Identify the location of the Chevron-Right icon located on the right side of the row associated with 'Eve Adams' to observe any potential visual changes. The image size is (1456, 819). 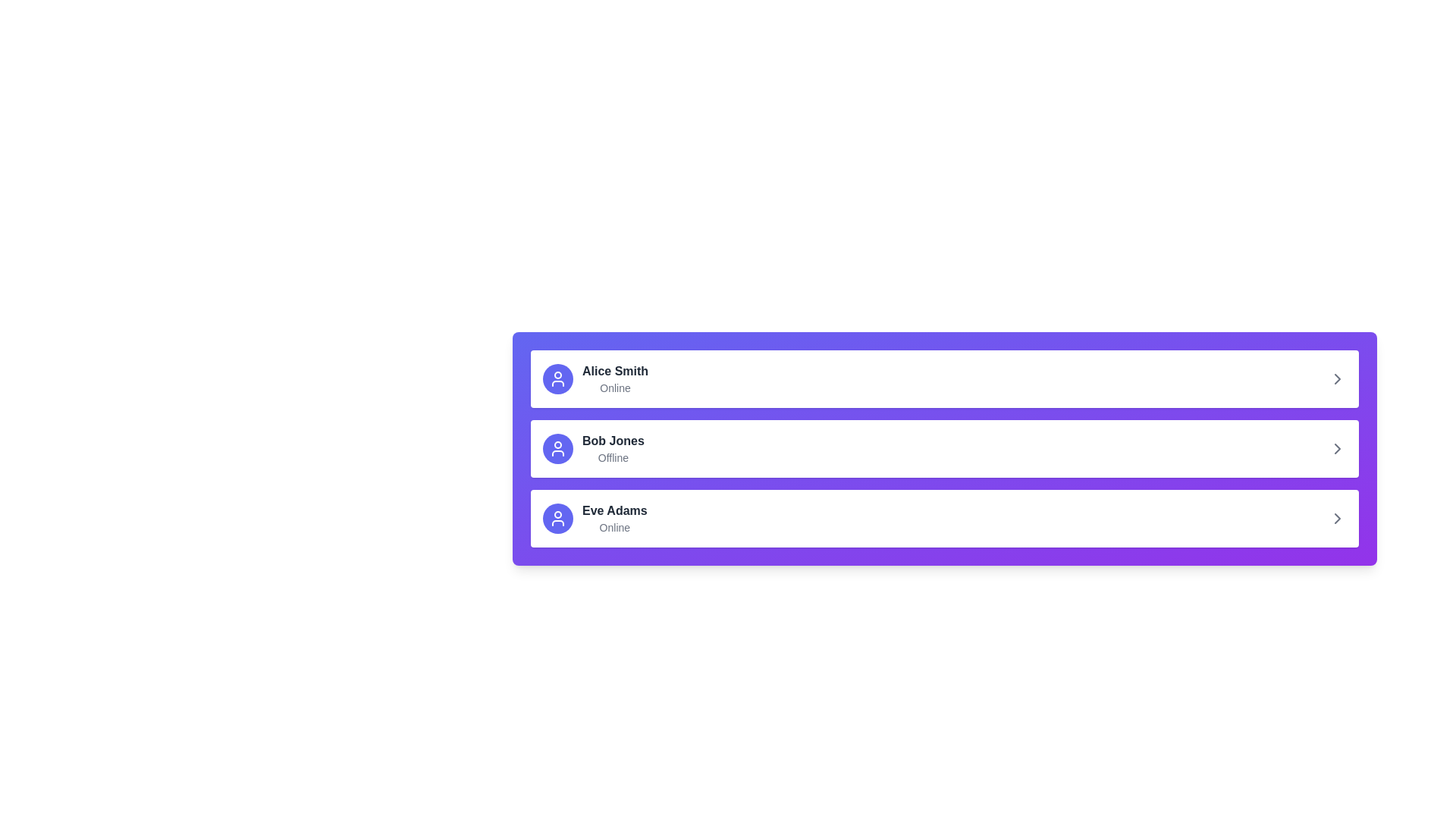
(1337, 517).